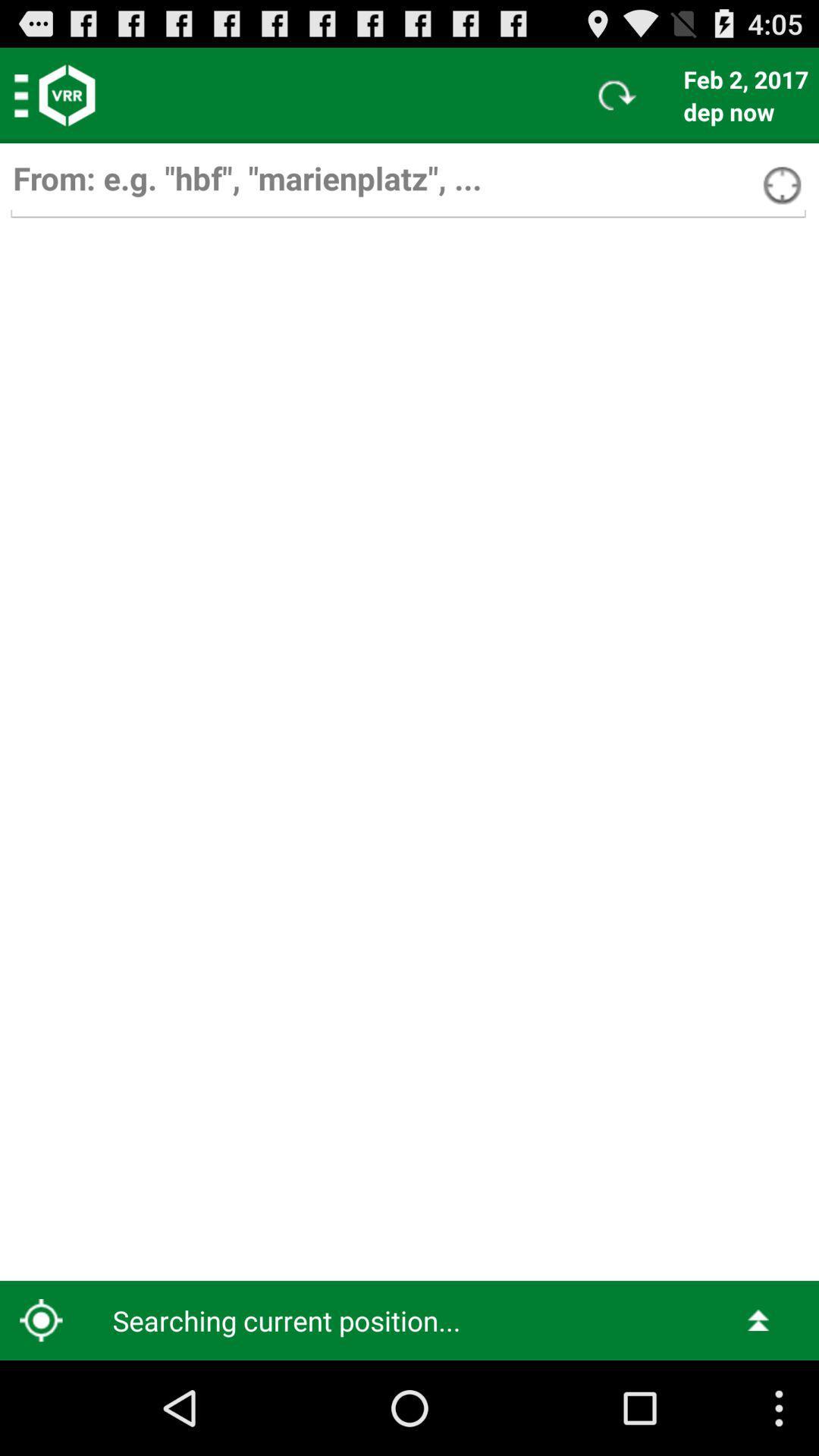 The image size is (819, 1456). Describe the element at coordinates (407, 185) in the screenshot. I see `the item at the top` at that location.